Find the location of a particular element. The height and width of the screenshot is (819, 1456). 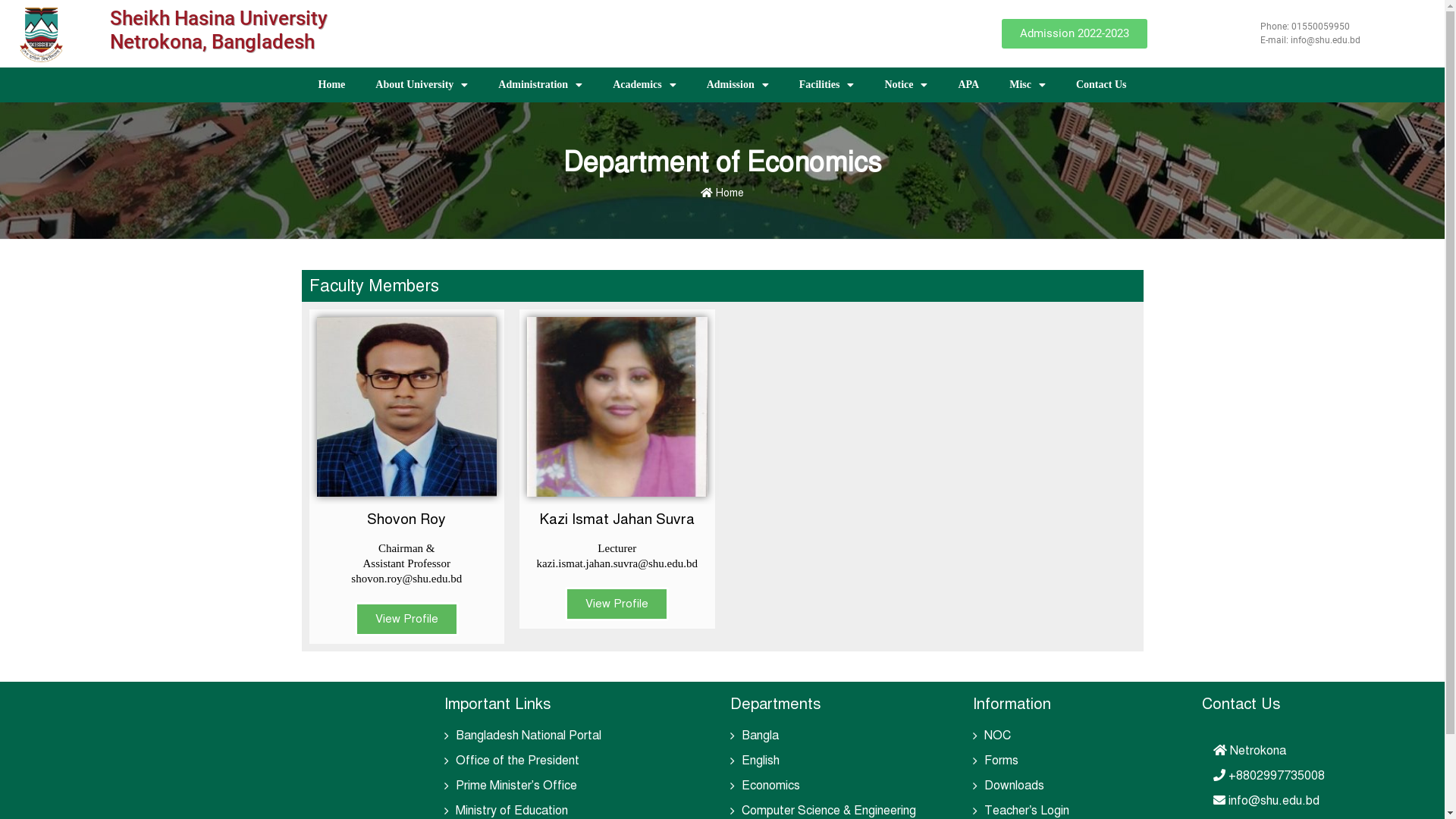

'View Profile' is located at coordinates (617, 603).